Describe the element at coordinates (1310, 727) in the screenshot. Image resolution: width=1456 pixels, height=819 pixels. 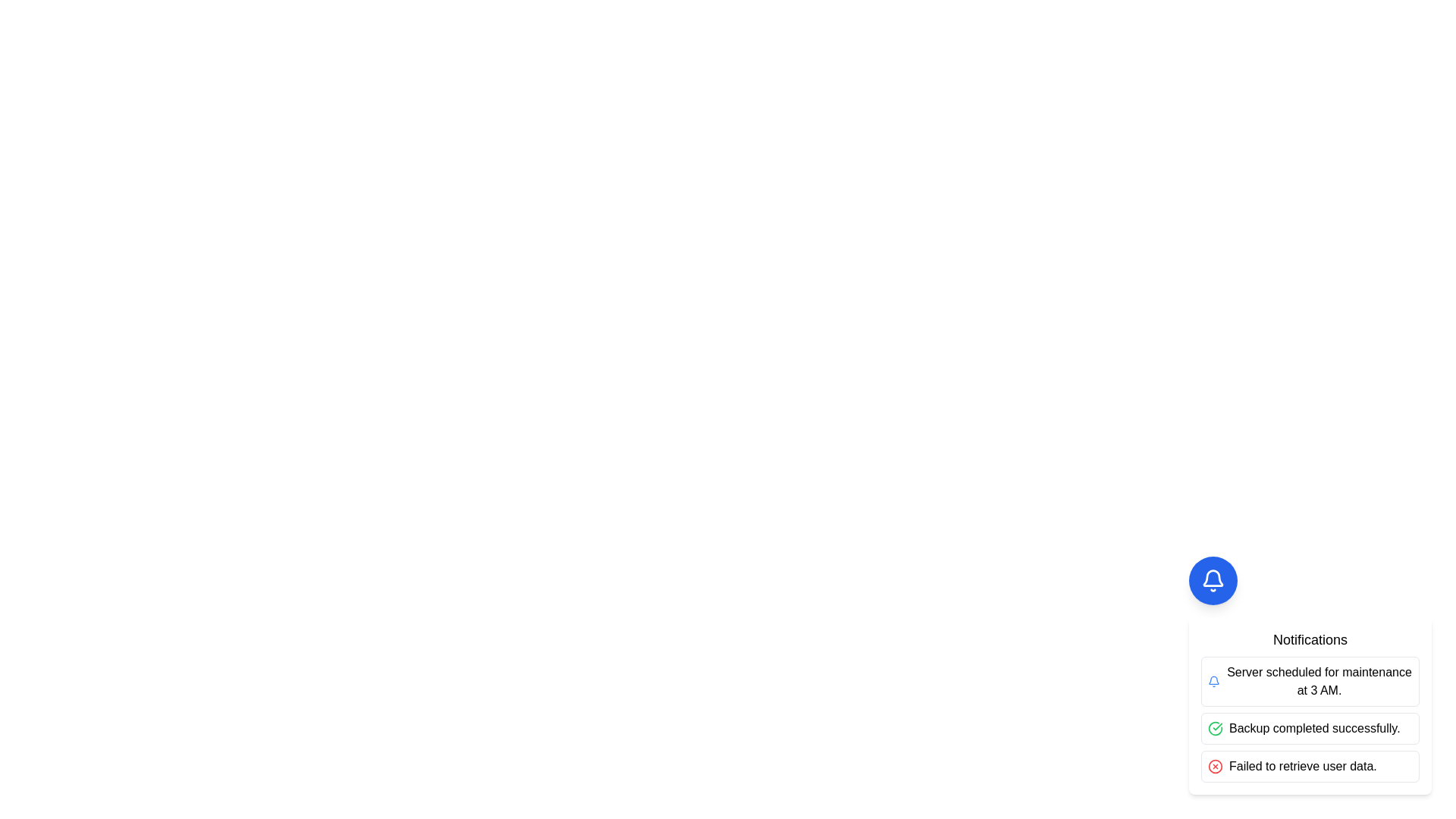
I see `text of the informational message component indicating the successful completion of a backup operation, located between the maintenance notification and the user data retrieval failure message` at that location.